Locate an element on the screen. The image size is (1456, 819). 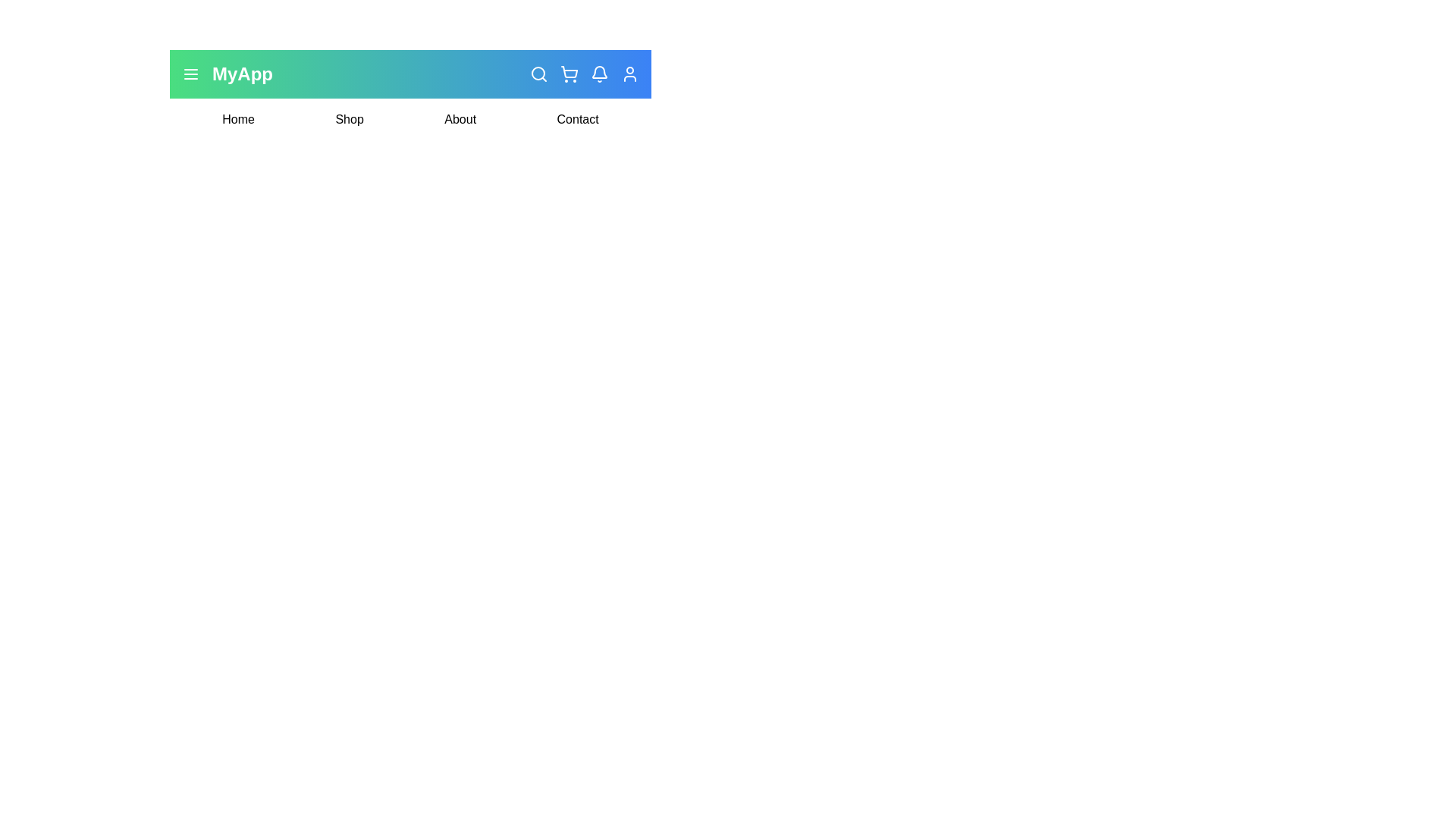
the Contact navigation link to navigate to that section is located at coordinates (577, 119).